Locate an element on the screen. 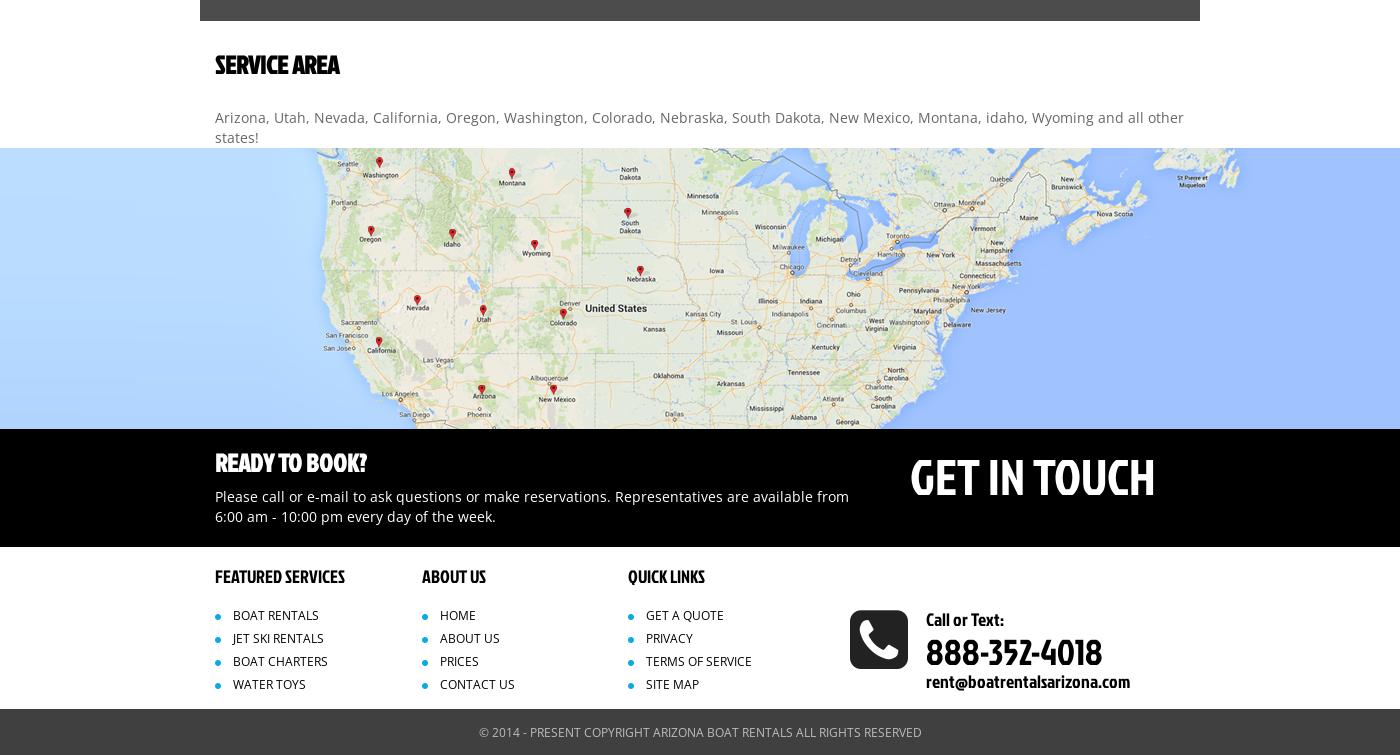 The image size is (1400, 755). 'SERVICE AREA' is located at coordinates (277, 63).